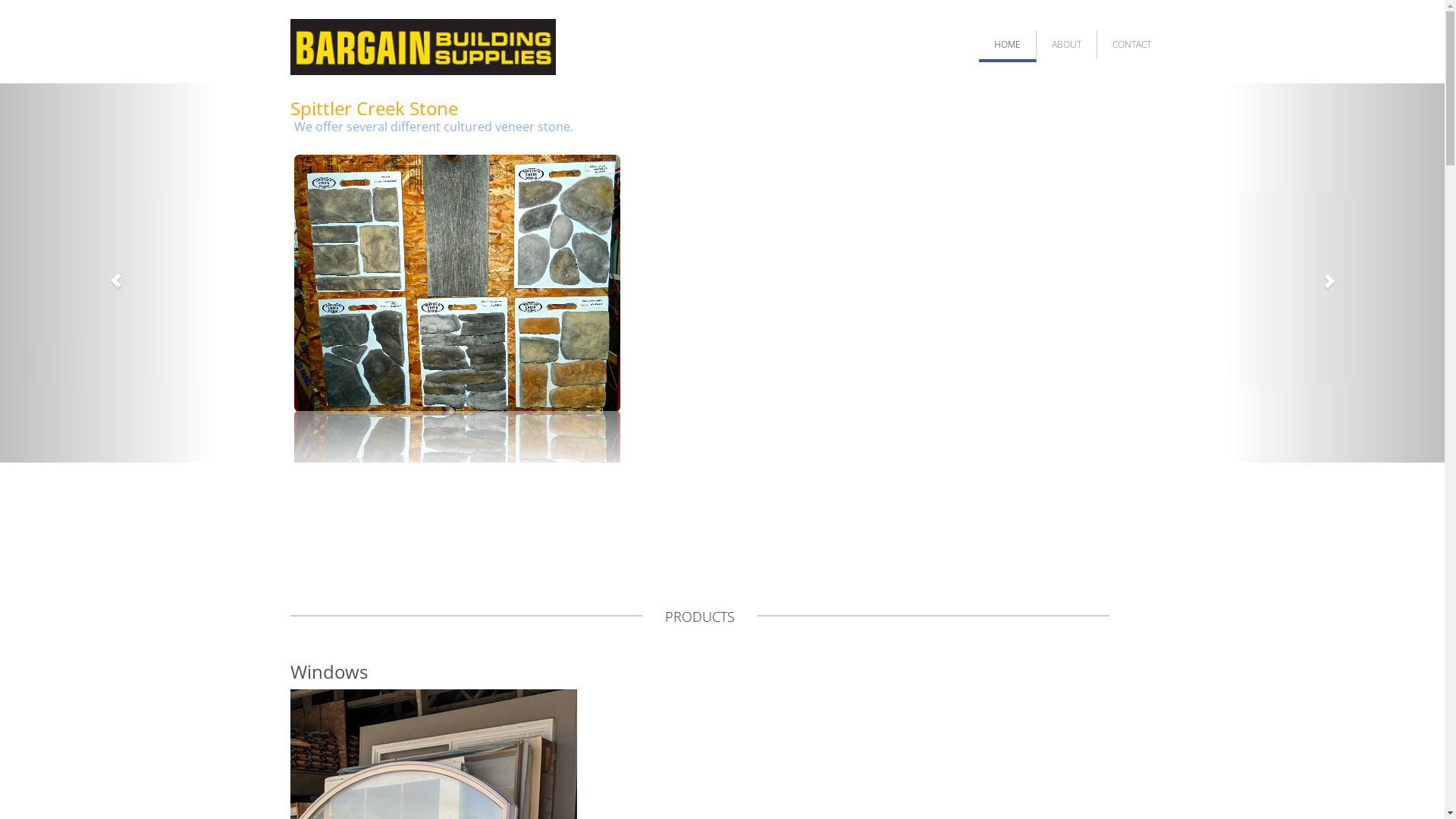 This screenshot has width=1456, height=819. I want to click on 'ABOUT', so click(1035, 43).